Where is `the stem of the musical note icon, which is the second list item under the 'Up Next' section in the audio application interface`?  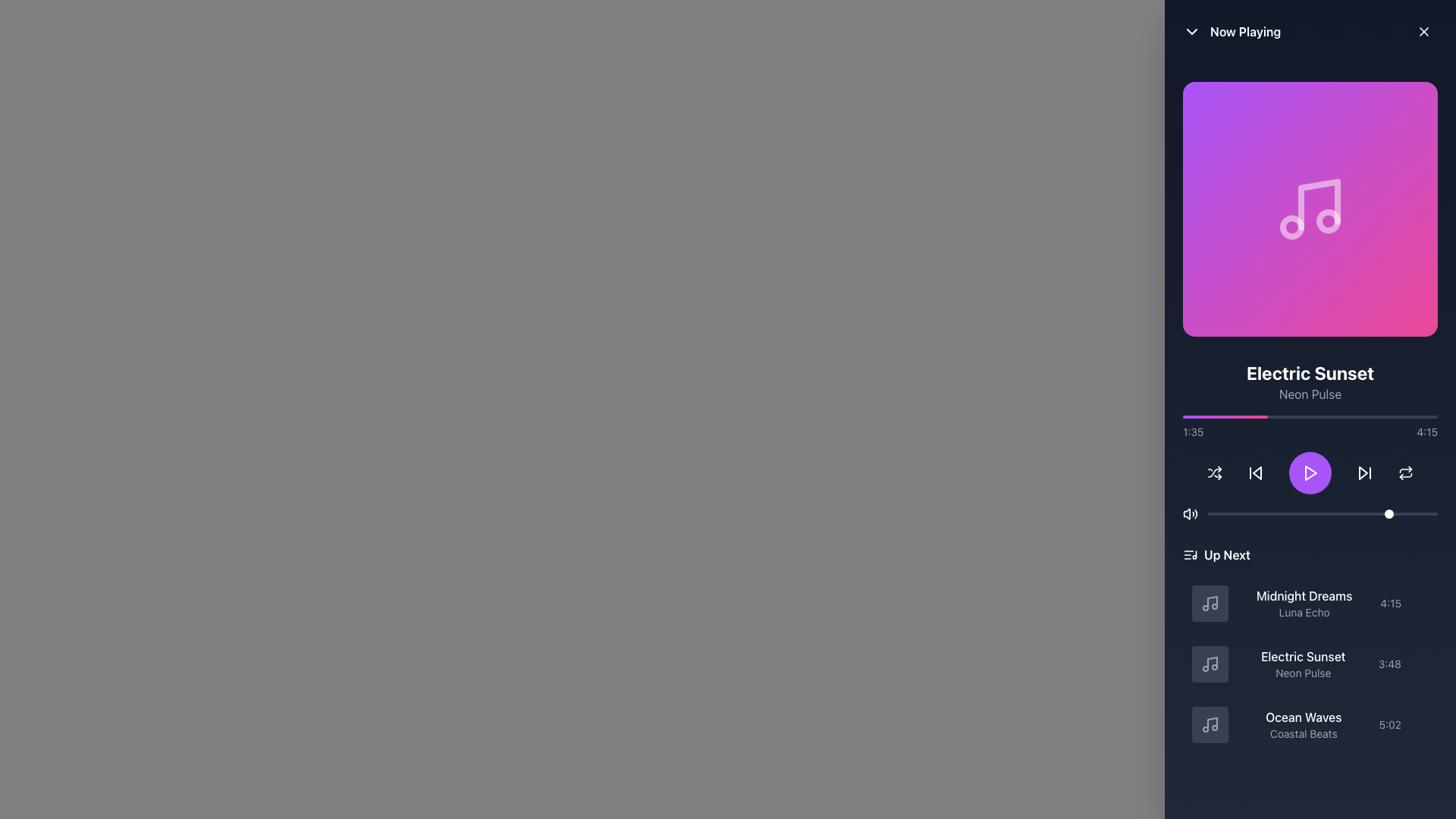 the stem of the musical note icon, which is the second list item under the 'Up Next' section in the audio application interface is located at coordinates (1211, 662).